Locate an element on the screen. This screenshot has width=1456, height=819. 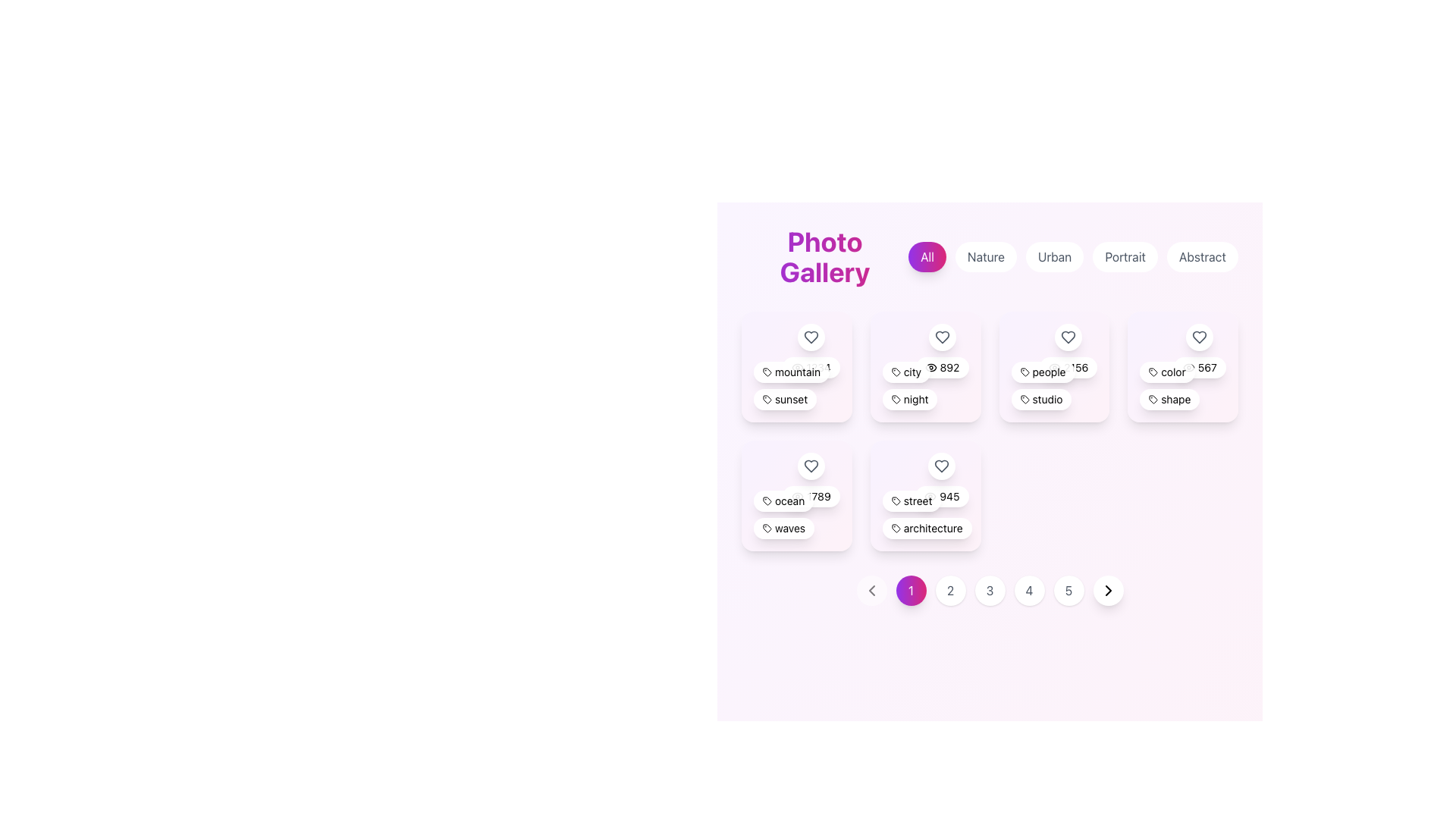
the graphical tag or label icon located in the second position from the left in the top row of the grid layout, which is to the left of the label 'city' and above the numeral '892' is located at coordinates (896, 372).